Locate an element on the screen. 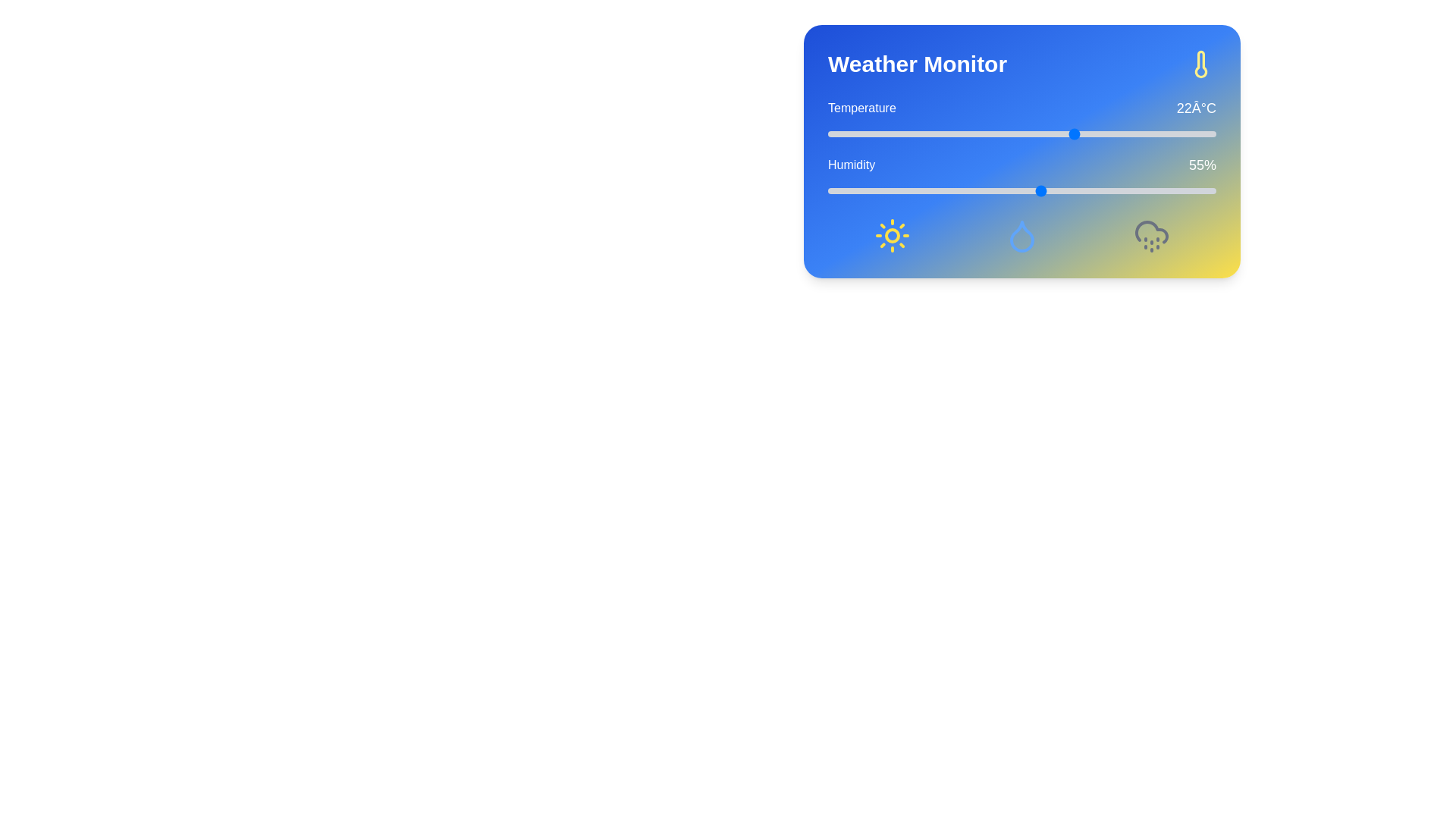 Image resolution: width=1456 pixels, height=819 pixels. the humidity slider to 4% is located at coordinates (843, 190).